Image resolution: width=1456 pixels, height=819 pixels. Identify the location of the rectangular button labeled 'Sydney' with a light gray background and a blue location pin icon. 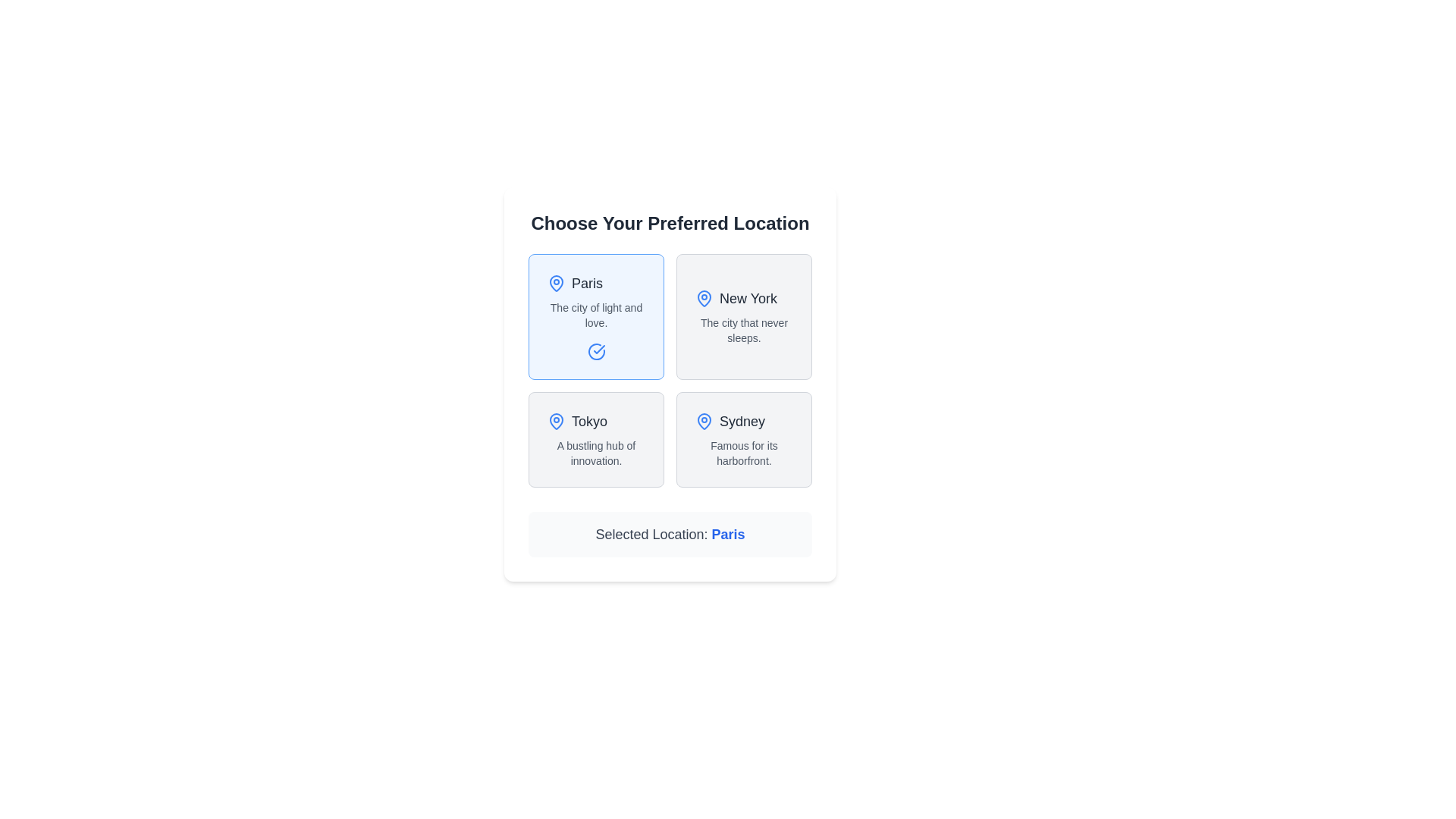
(744, 439).